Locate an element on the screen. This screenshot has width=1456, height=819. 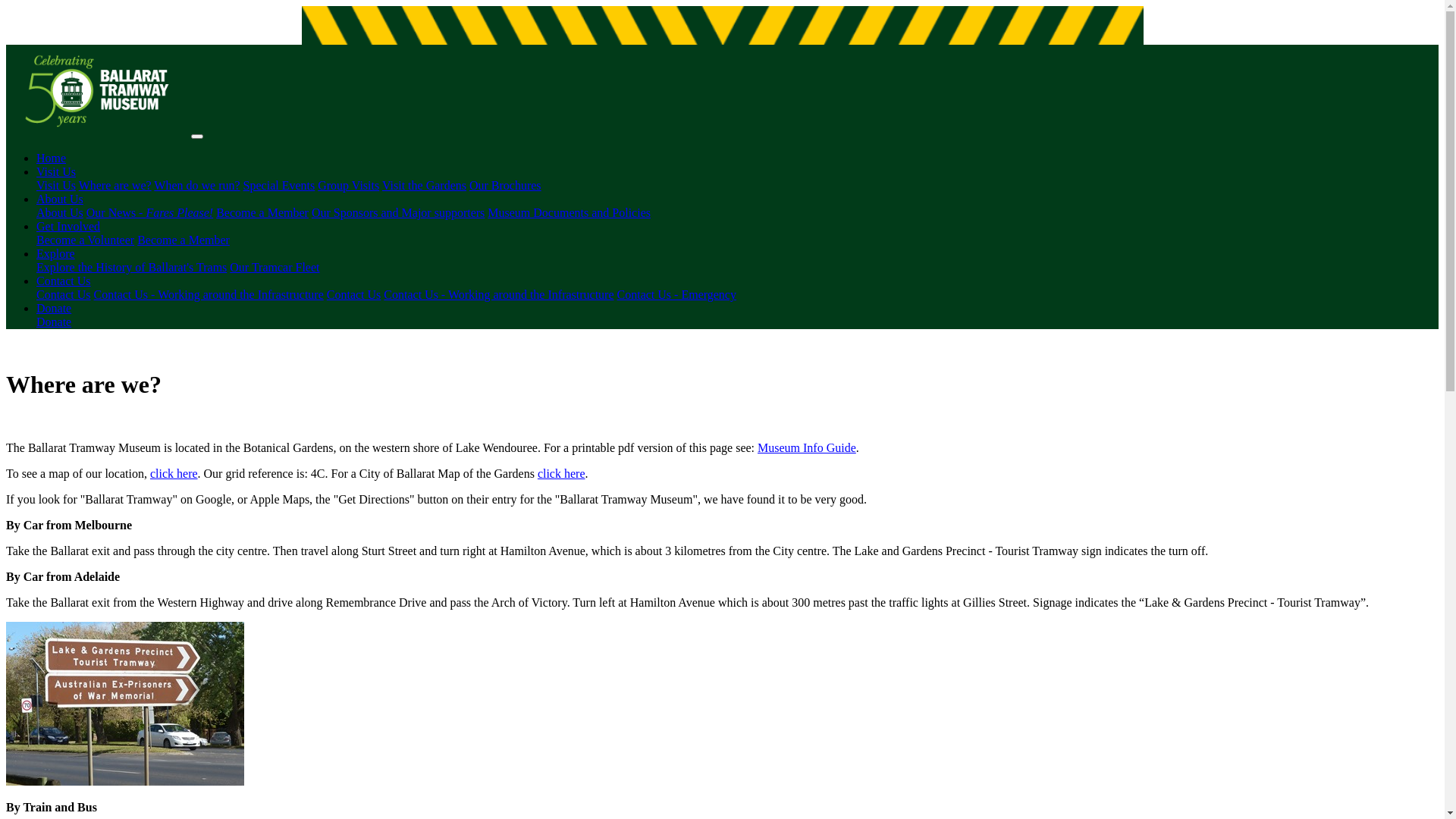
'Donate' is located at coordinates (54, 321).